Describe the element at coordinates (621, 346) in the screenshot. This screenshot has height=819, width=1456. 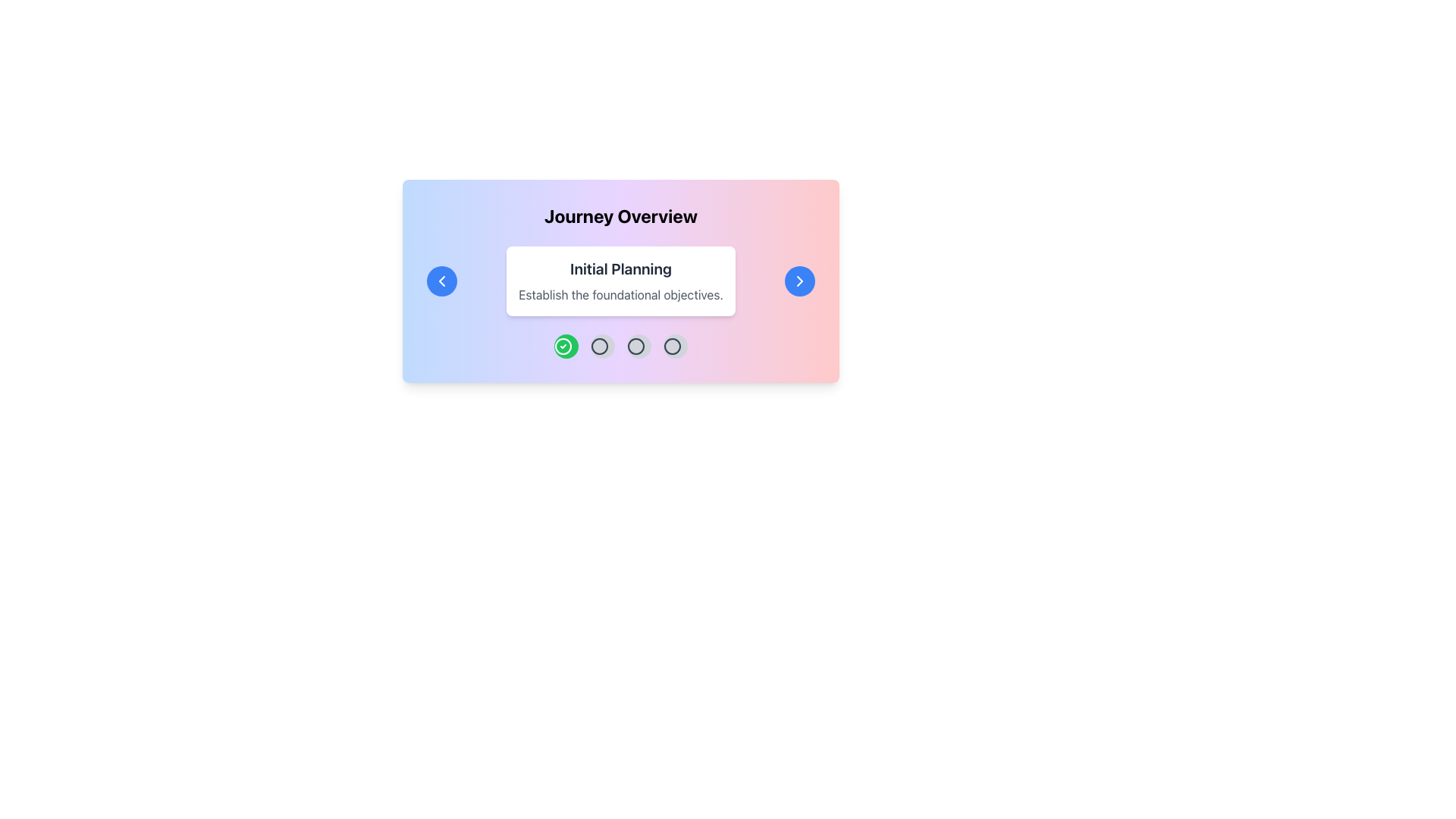
I see `the green circle of the Progress indicator located at the bottom of the 'Journey Overview' card` at that location.